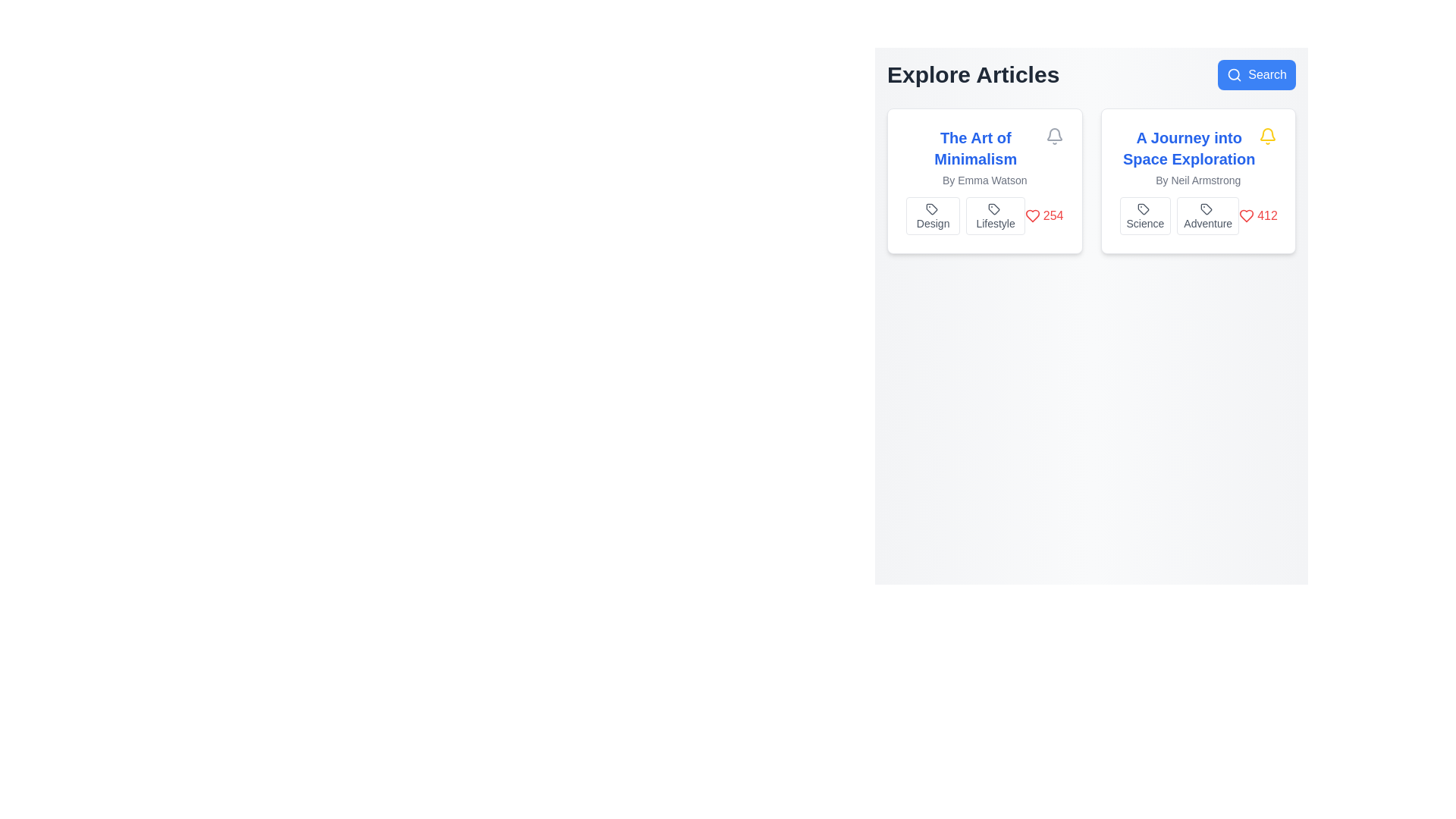 Image resolution: width=1456 pixels, height=819 pixels. I want to click on the decorative icon associated with the 'Lifestyle' category label in the first article card titled 'The Art of Minimalism' in the 'Explore Articles' section, so click(993, 209).